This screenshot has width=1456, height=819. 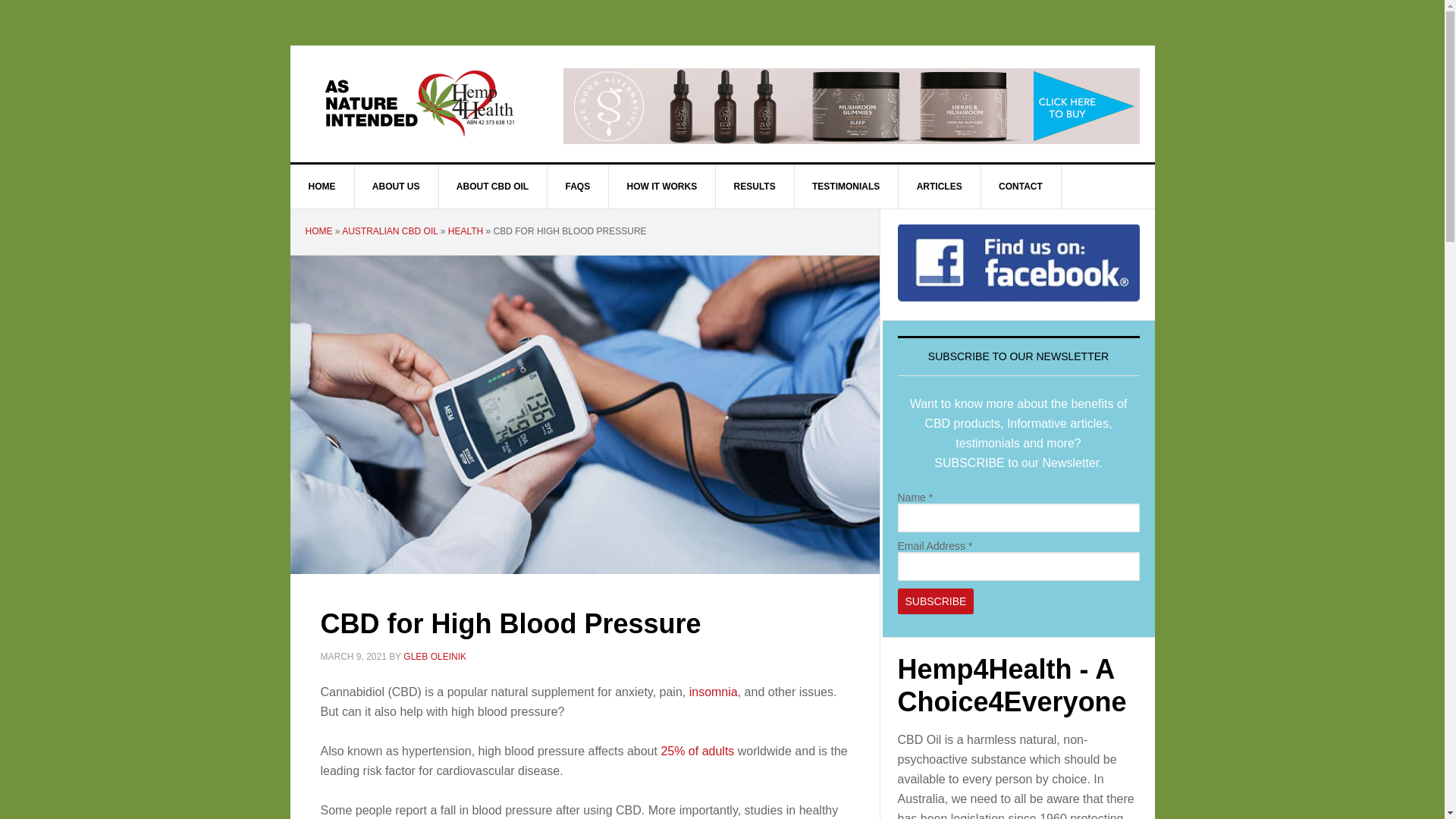 What do you see at coordinates (389, 231) in the screenshot?
I see `'AUSTRALIAN CBD OIL'` at bounding box center [389, 231].